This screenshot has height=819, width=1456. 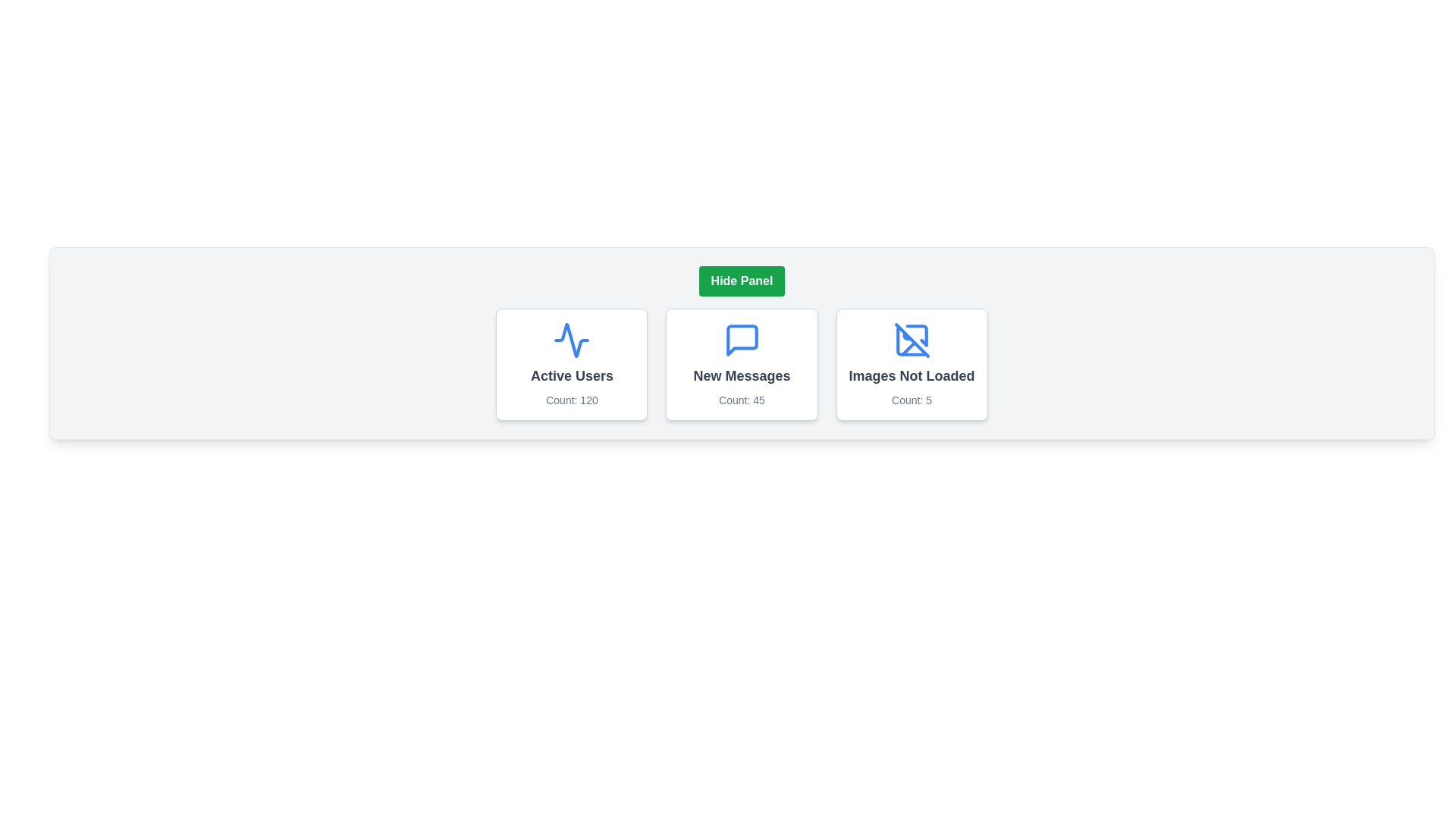 I want to click on information displayed in the small gray text label that shows 'Count: 5', located at the bottom center of the card titled 'Images Not Loaded', so click(x=911, y=400).